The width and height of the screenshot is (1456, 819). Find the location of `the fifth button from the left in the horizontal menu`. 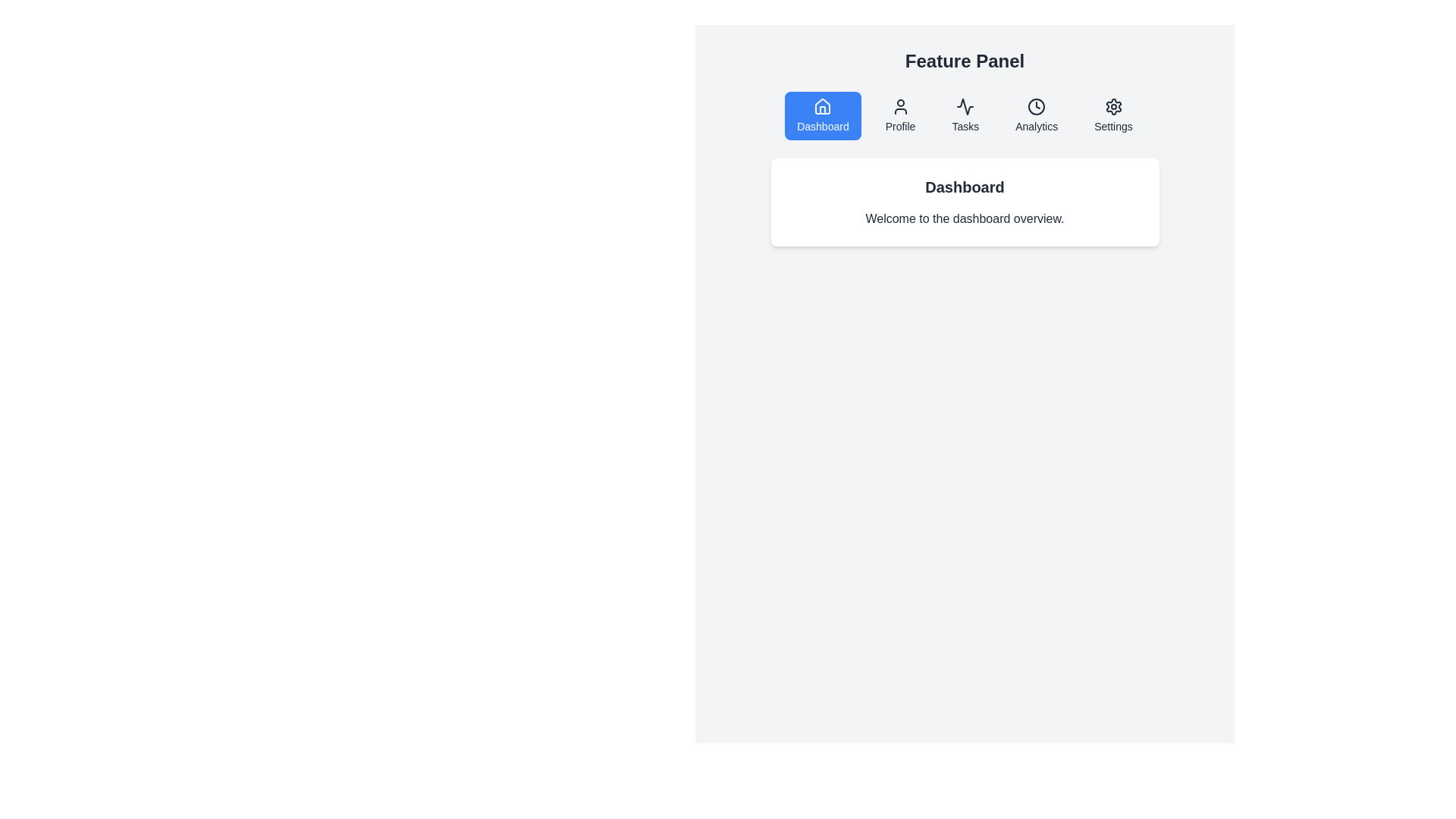

the fifth button from the left in the horizontal menu is located at coordinates (1113, 115).